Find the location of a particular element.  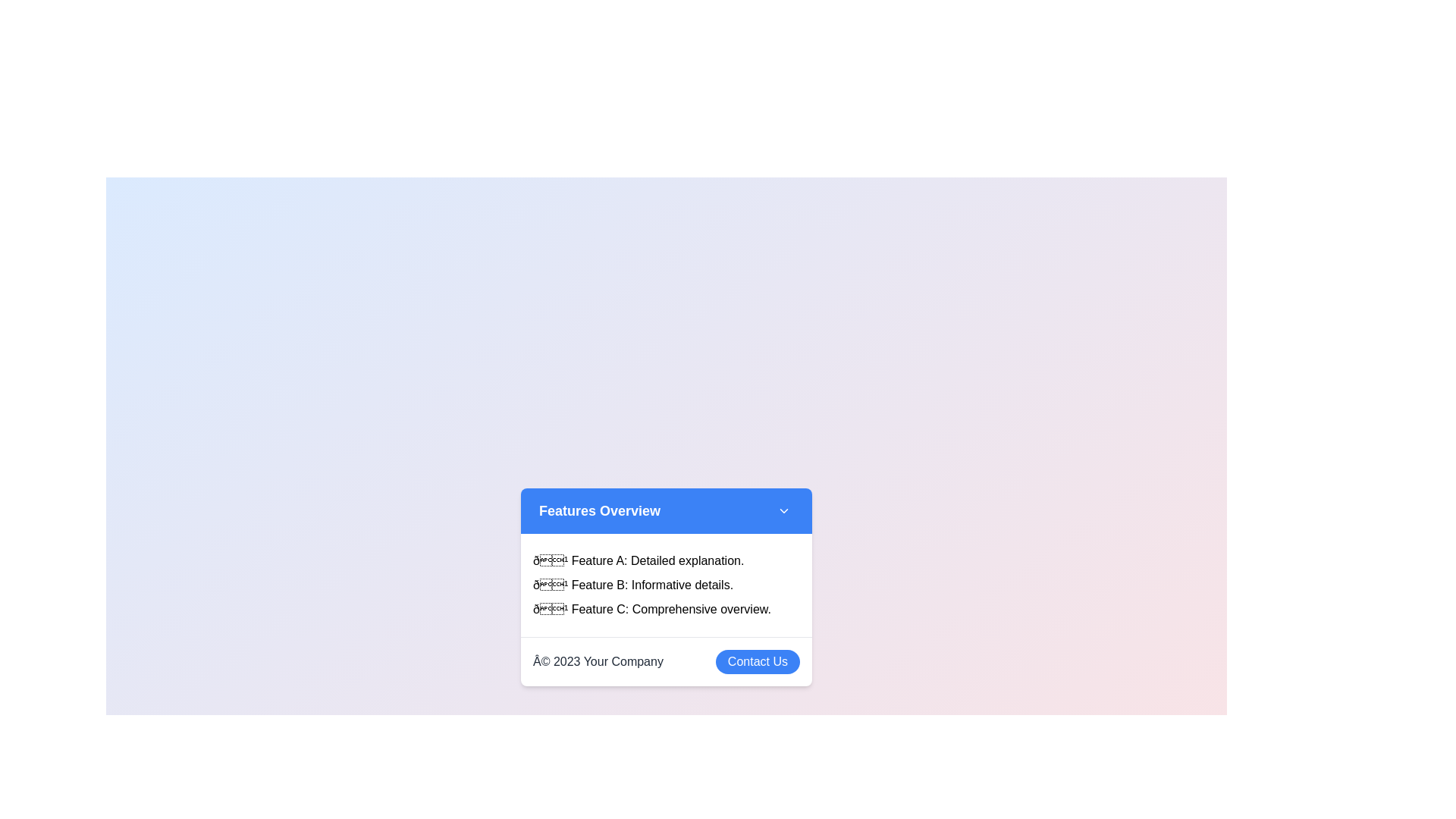

the informational text element presenting details of Feature B, which is the second item in the vertical list under the header 'Features Overview' is located at coordinates (666, 584).